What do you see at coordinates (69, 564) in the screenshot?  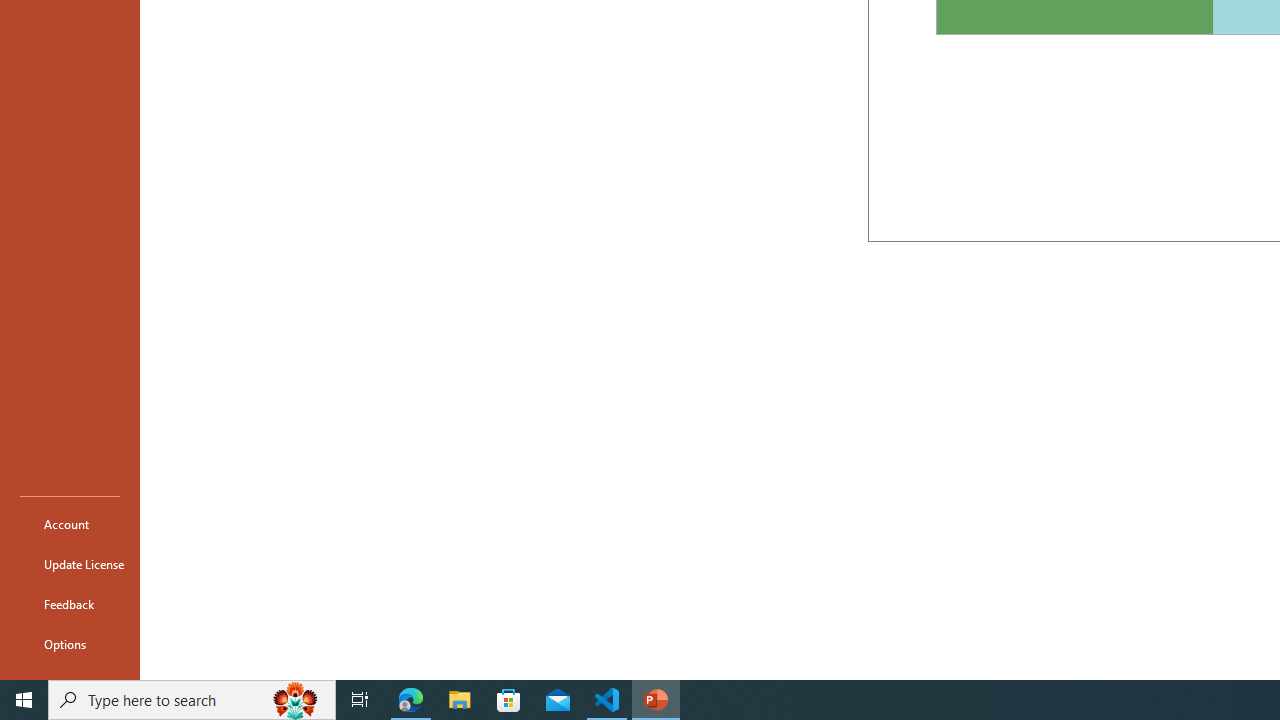 I see `'Update License'` at bounding box center [69, 564].